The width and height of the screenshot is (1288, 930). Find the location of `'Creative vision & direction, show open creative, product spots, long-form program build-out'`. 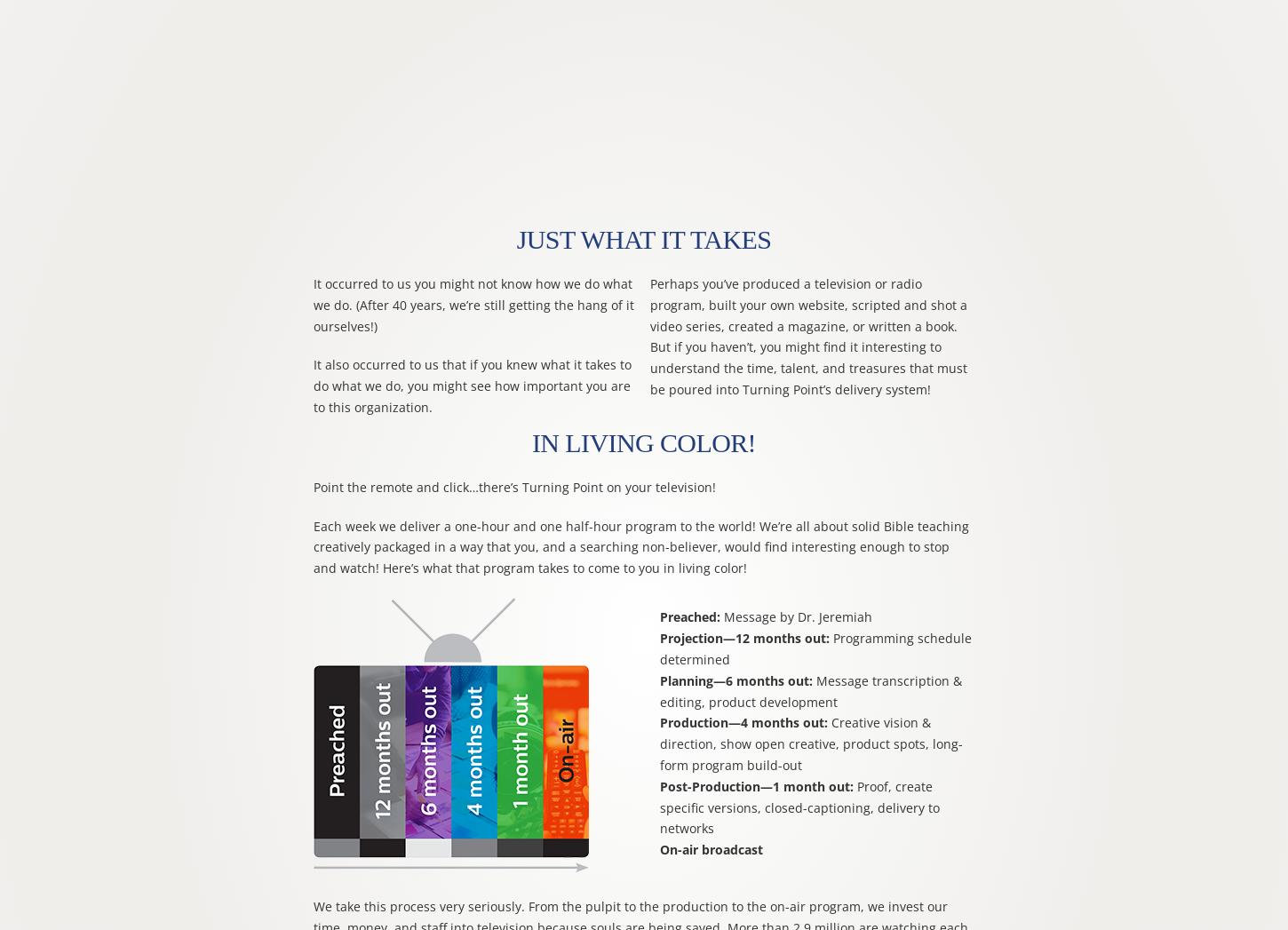

'Creative vision & direction, show open creative, product spots, long-form program build-out' is located at coordinates (809, 743).